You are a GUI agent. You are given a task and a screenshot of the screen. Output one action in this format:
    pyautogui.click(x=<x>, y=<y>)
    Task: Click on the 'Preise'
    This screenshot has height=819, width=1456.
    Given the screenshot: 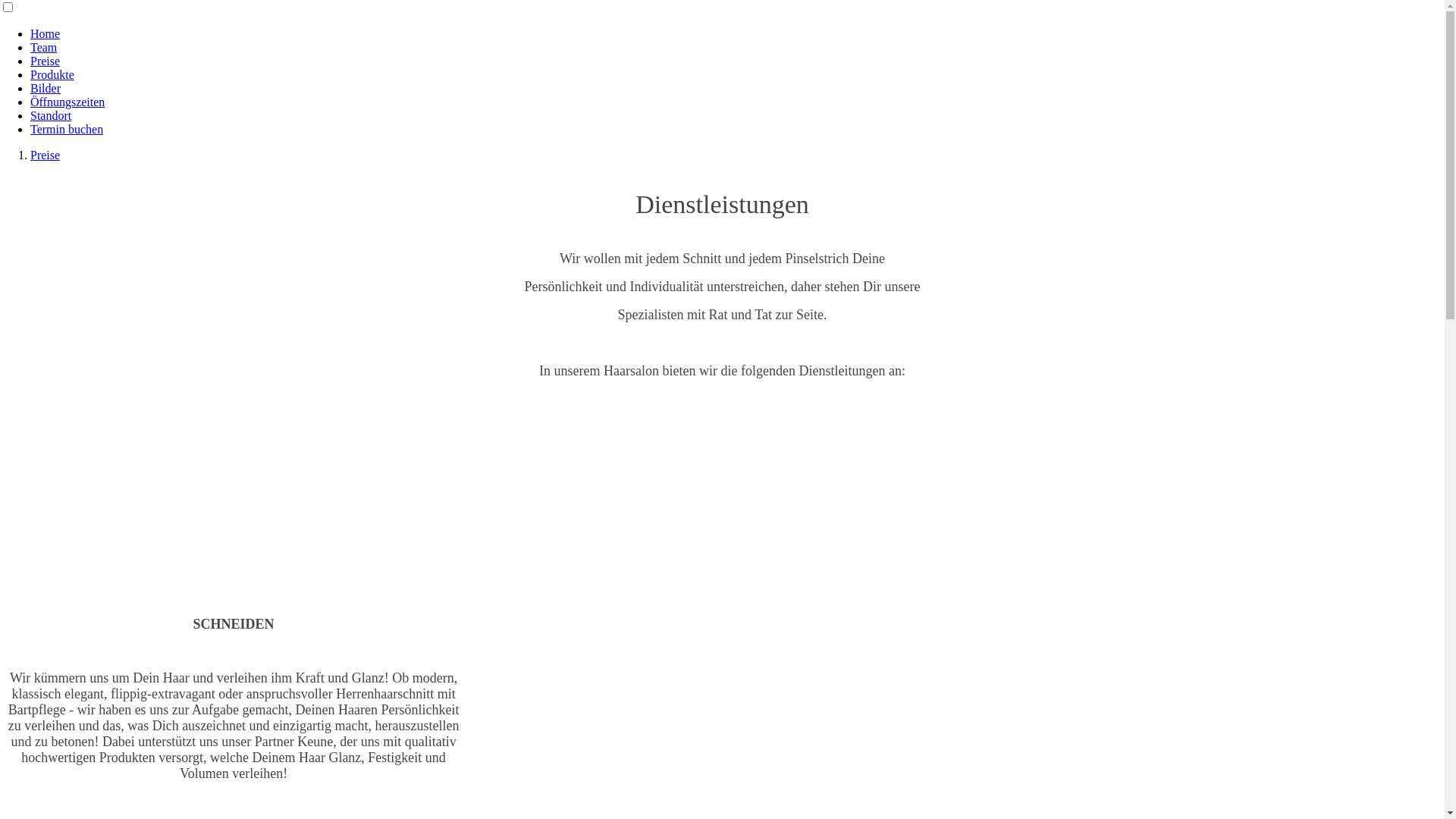 What is the action you would take?
    pyautogui.click(x=45, y=155)
    